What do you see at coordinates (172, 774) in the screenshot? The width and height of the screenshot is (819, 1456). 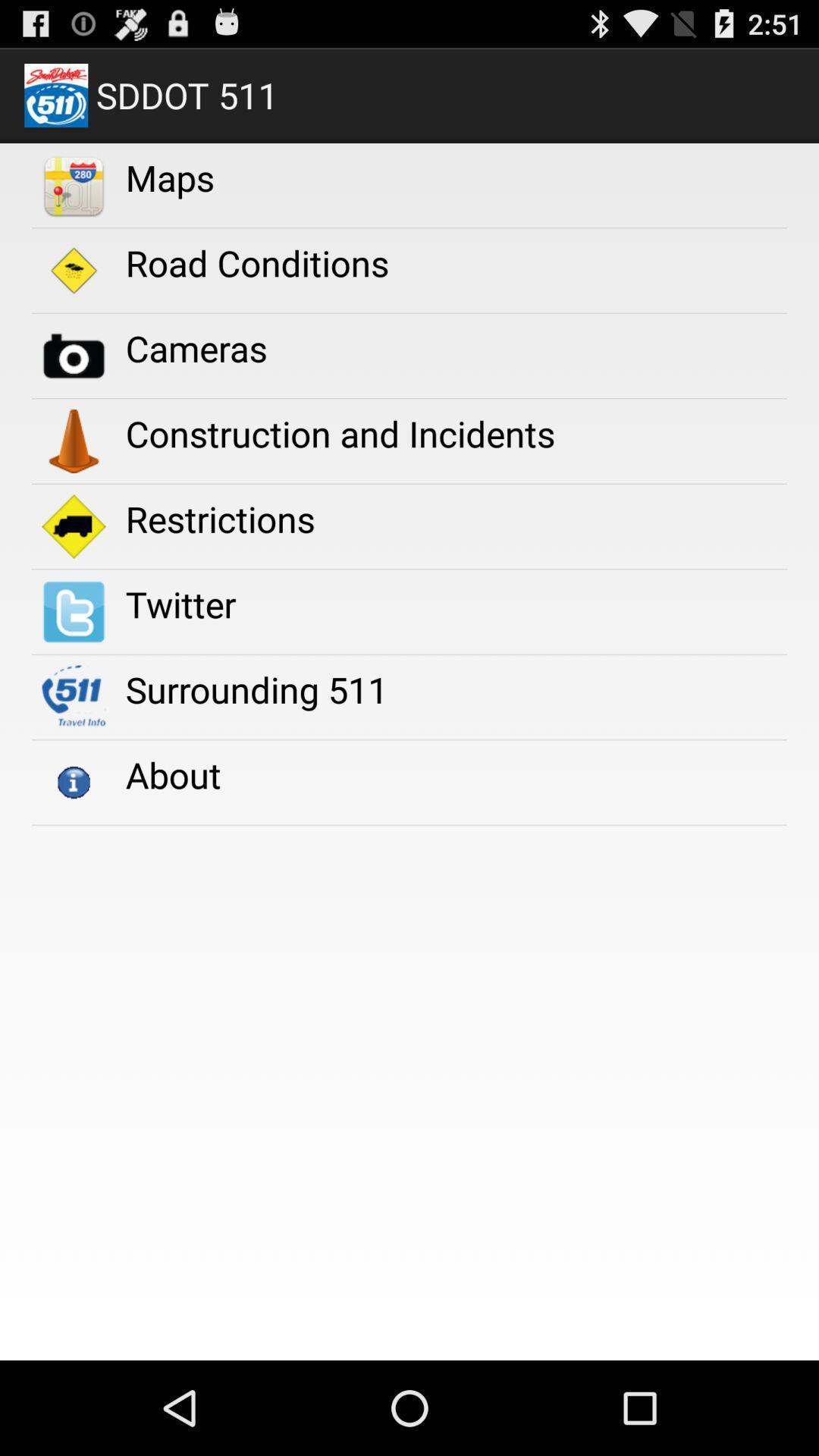 I see `about` at bounding box center [172, 774].